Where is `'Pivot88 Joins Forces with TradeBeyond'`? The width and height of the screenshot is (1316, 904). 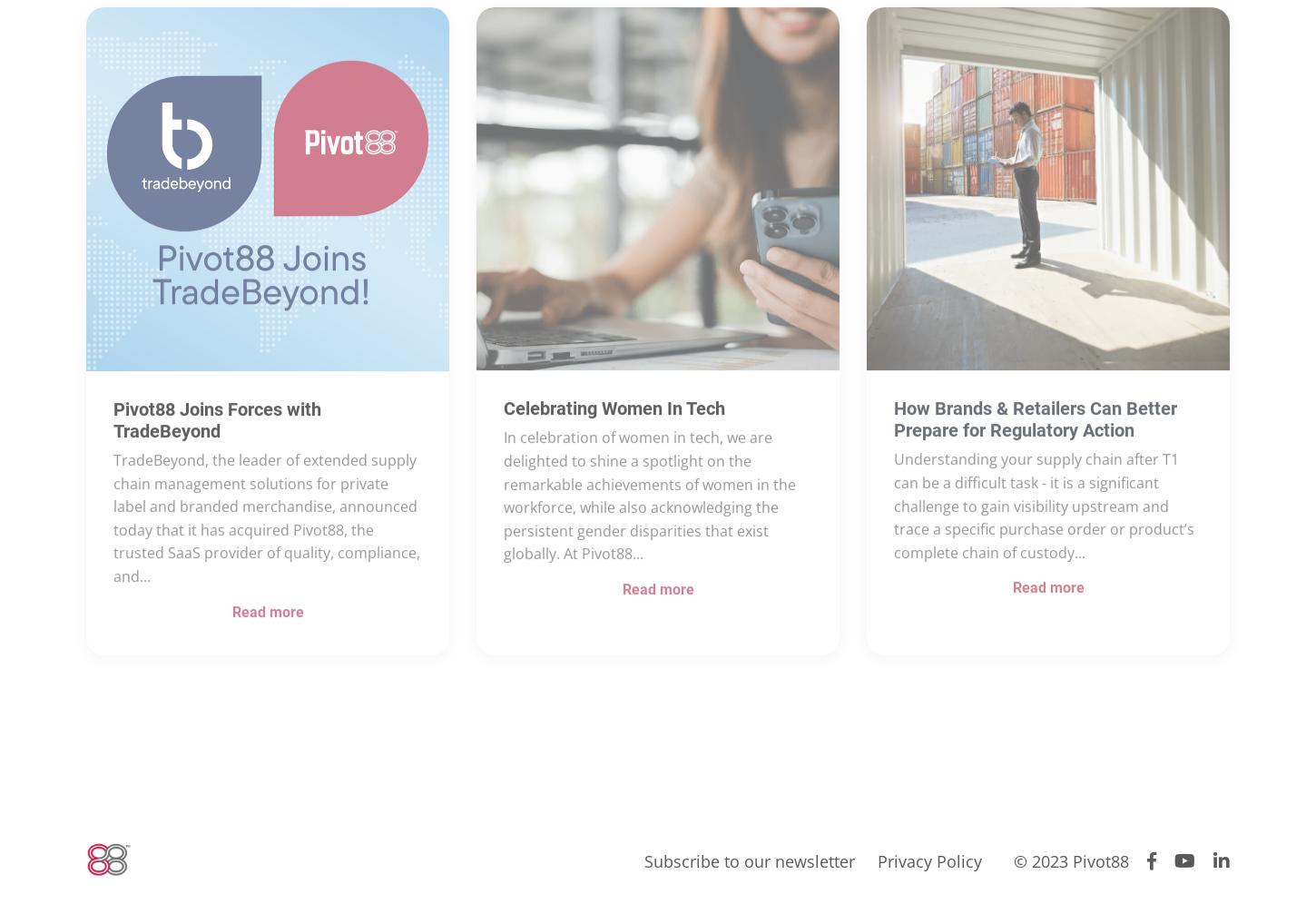
'Pivot88 Joins Forces with TradeBeyond' is located at coordinates (216, 476).